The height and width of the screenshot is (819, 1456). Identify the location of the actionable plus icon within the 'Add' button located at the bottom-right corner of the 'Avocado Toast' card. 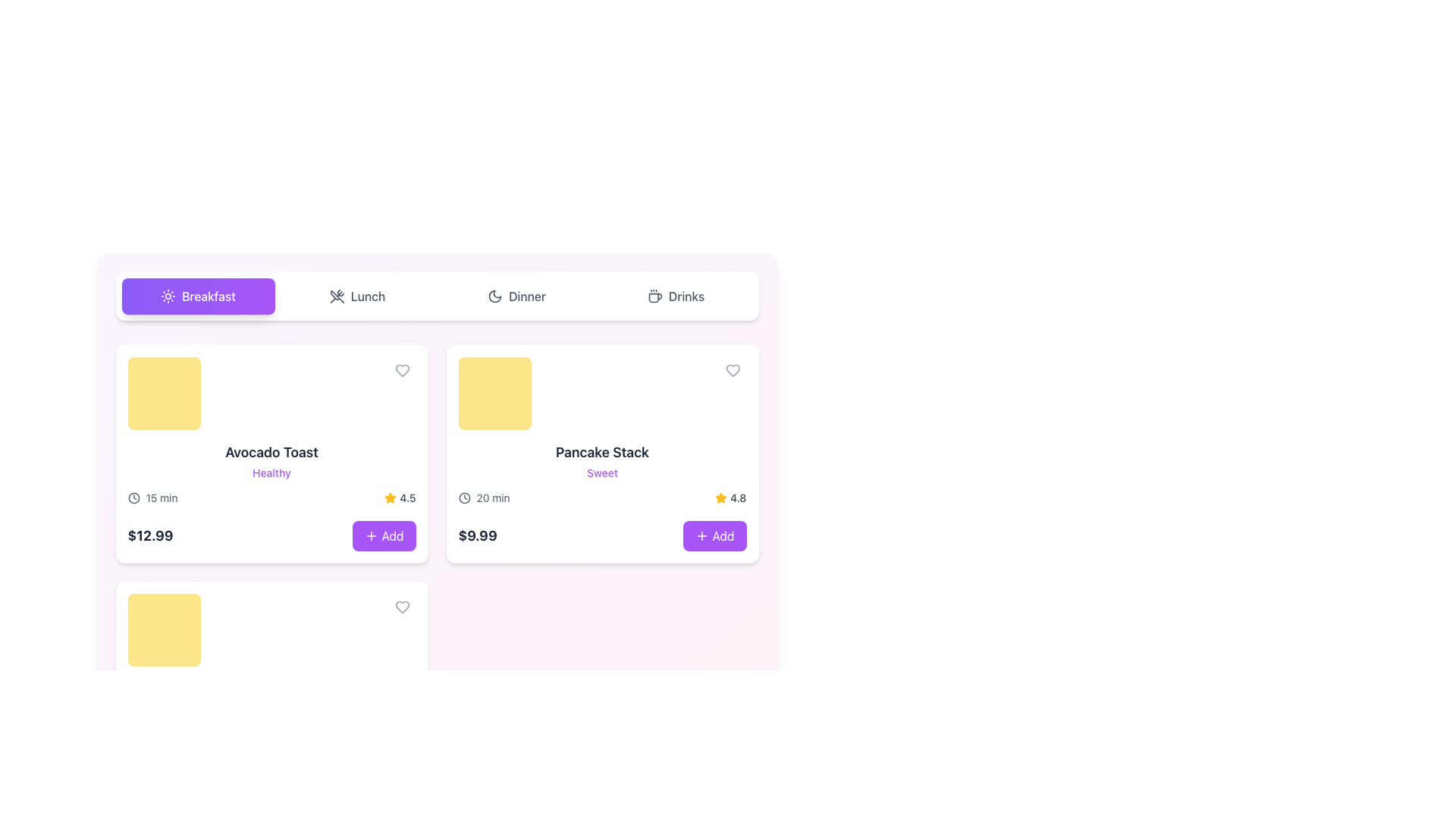
(372, 535).